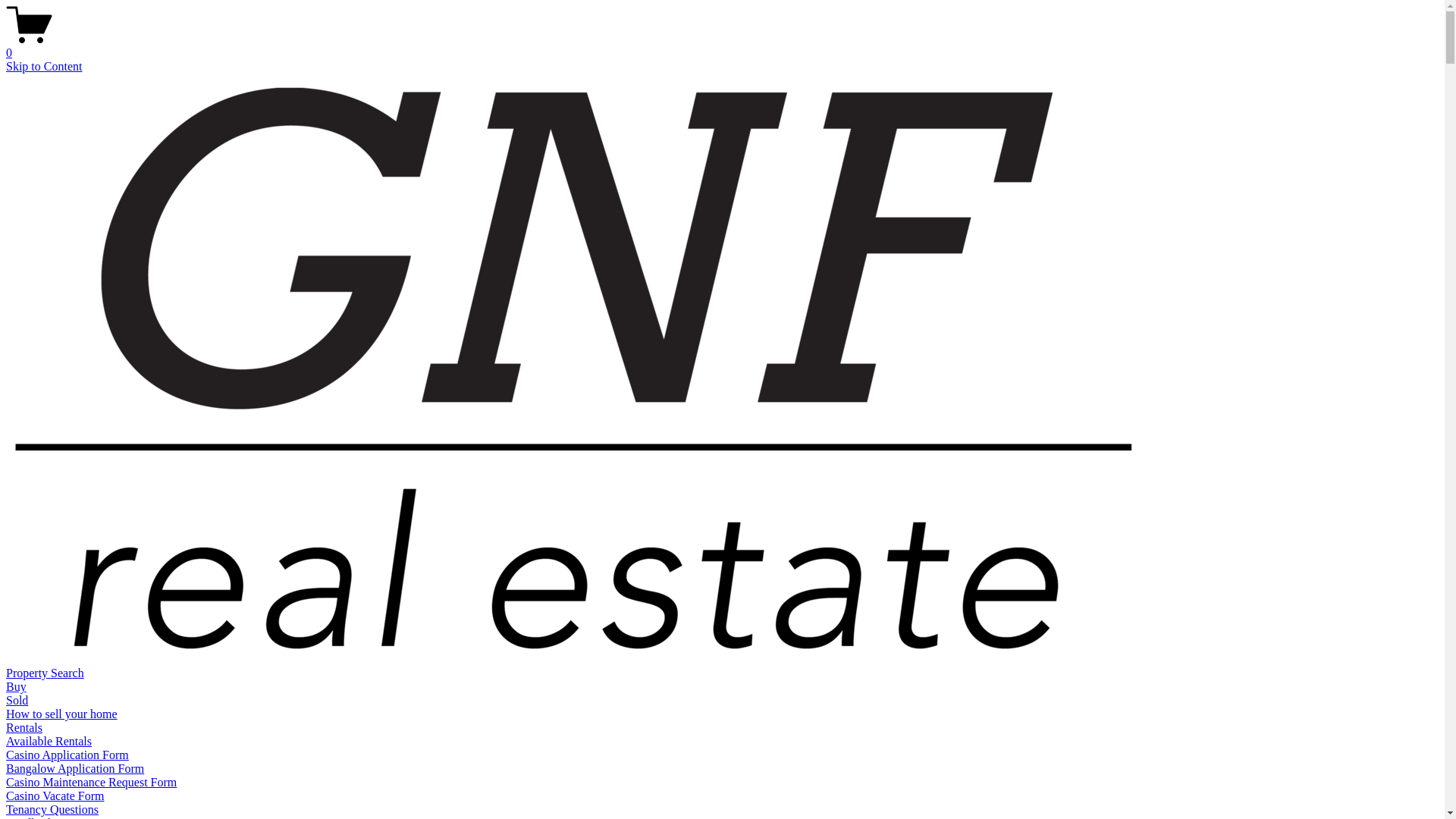  What do you see at coordinates (17, 700) in the screenshot?
I see `'Sold'` at bounding box center [17, 700].